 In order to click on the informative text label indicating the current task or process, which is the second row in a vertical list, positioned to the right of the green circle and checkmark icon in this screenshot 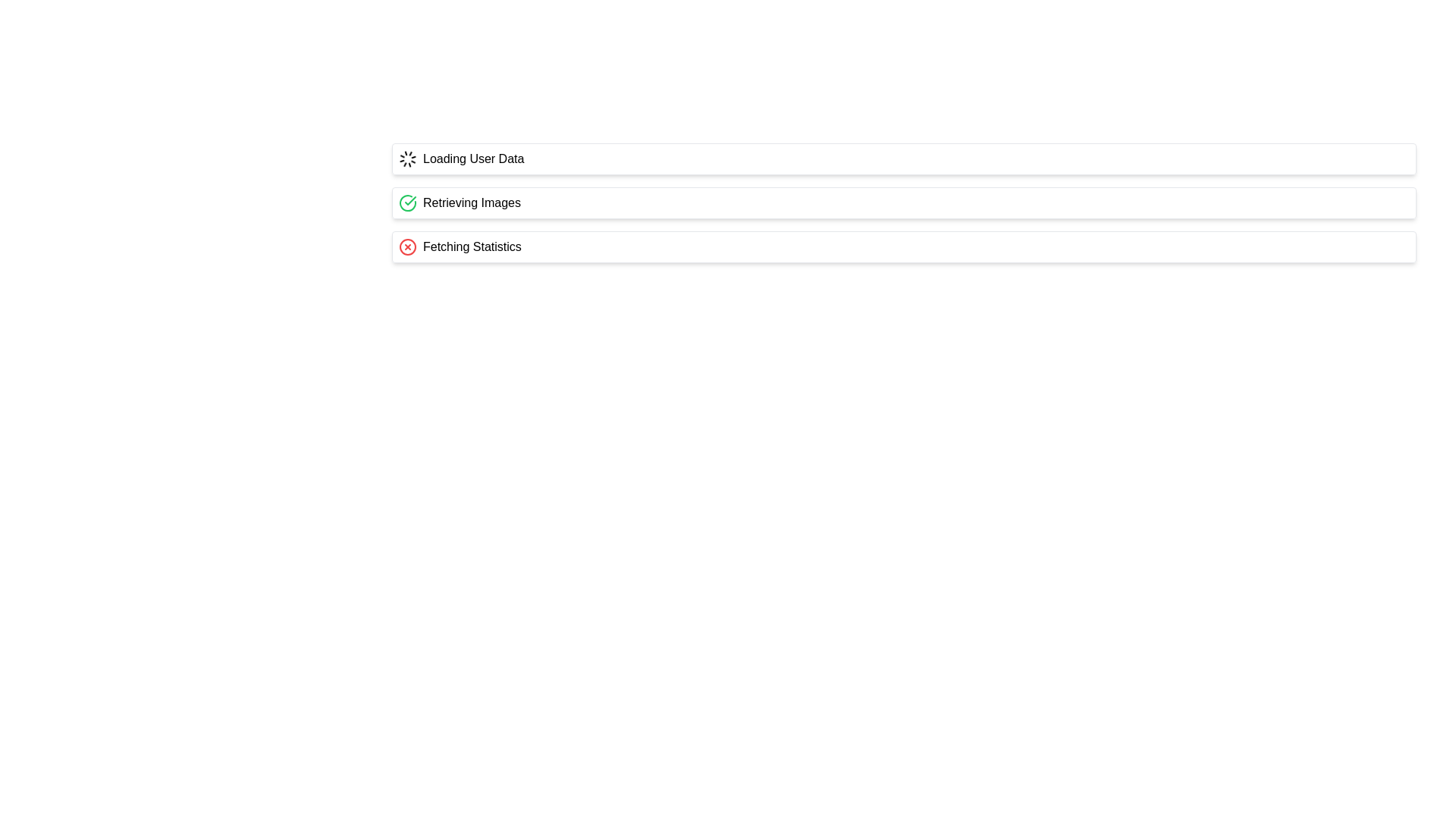, I will do `click(471, 202)`.